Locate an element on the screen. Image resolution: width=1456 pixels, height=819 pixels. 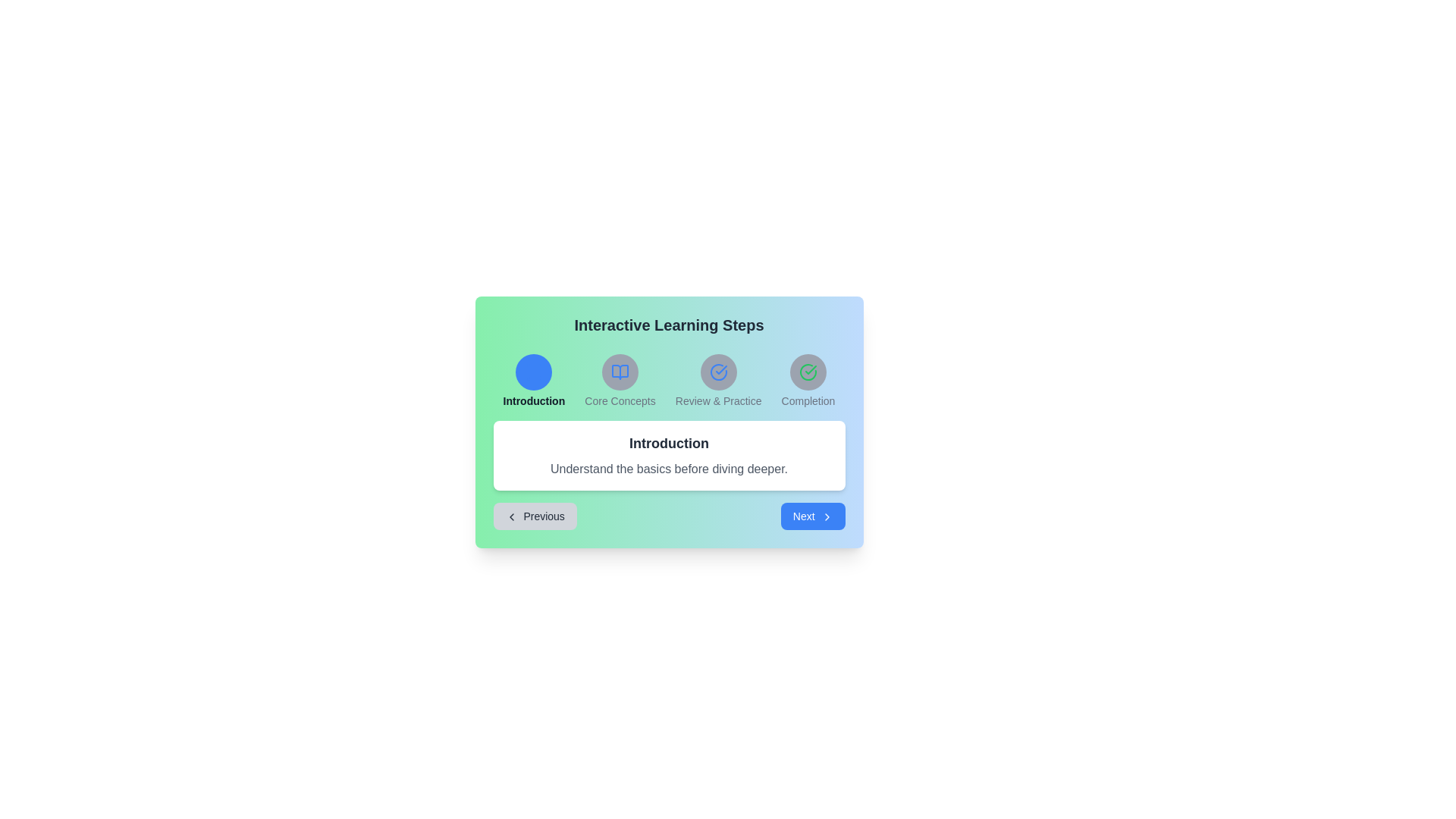
'Review & Practice' text label, which is the third text label in a row of four beneath circular icons, located in the center area of a card layout beneath the heading 'Interactive Learning Steps' is located at coordinates (717, 400).